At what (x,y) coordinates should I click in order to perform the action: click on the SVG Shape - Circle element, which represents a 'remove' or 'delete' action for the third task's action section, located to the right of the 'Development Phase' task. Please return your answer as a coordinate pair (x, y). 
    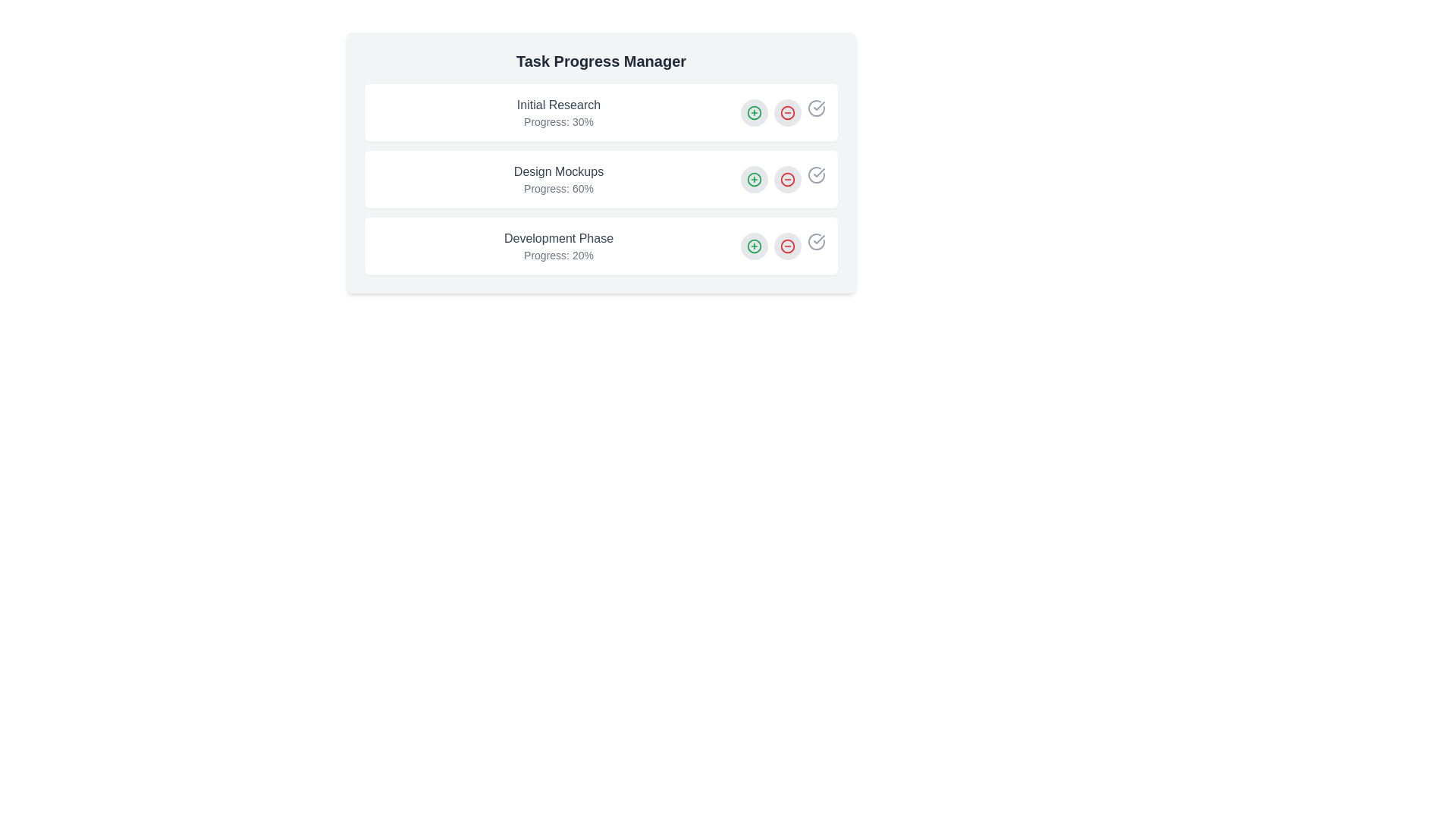
    Looking at the image, I should click on (787, 245).